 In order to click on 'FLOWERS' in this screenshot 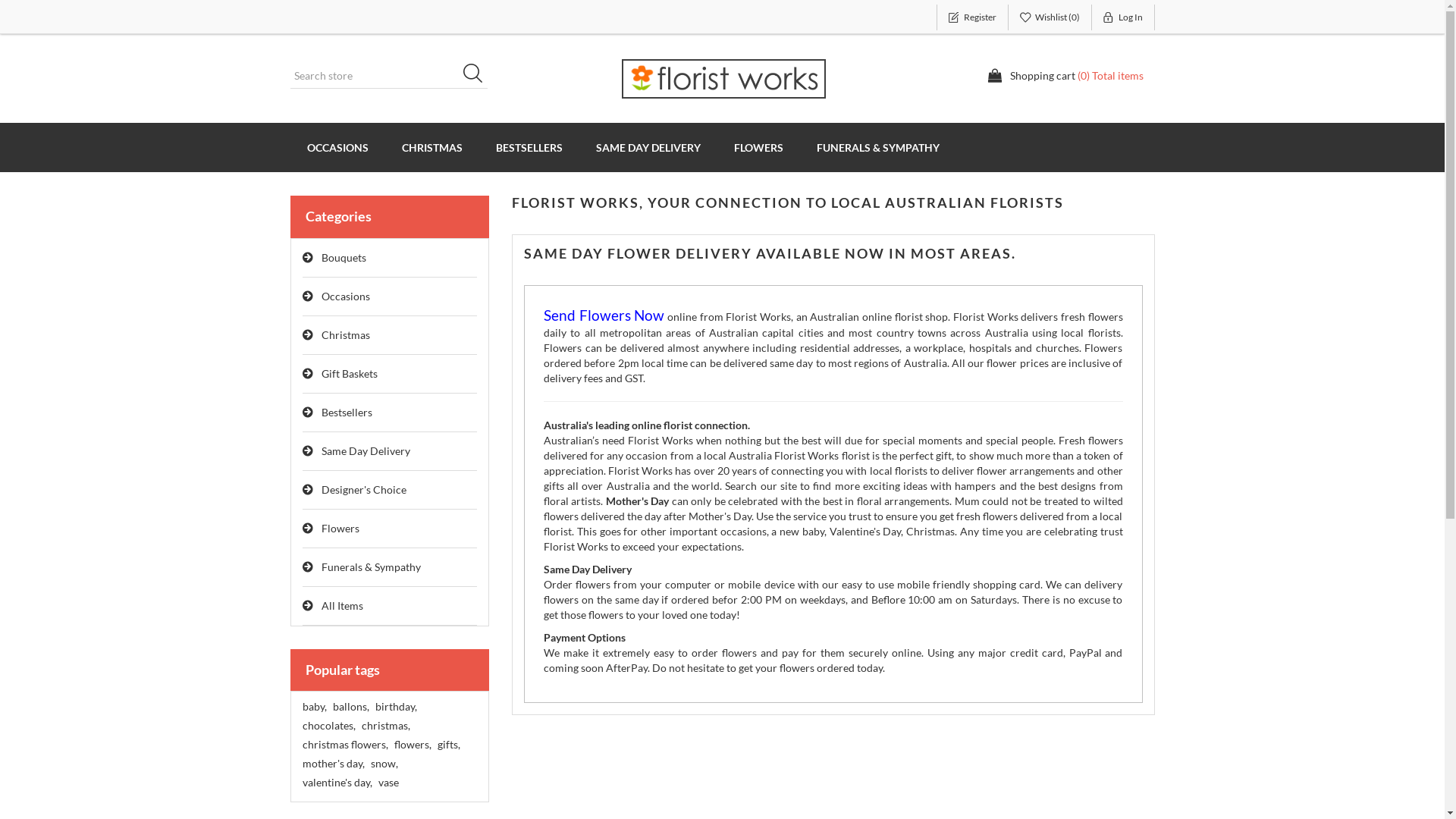, I will do `click(716, 147)`.